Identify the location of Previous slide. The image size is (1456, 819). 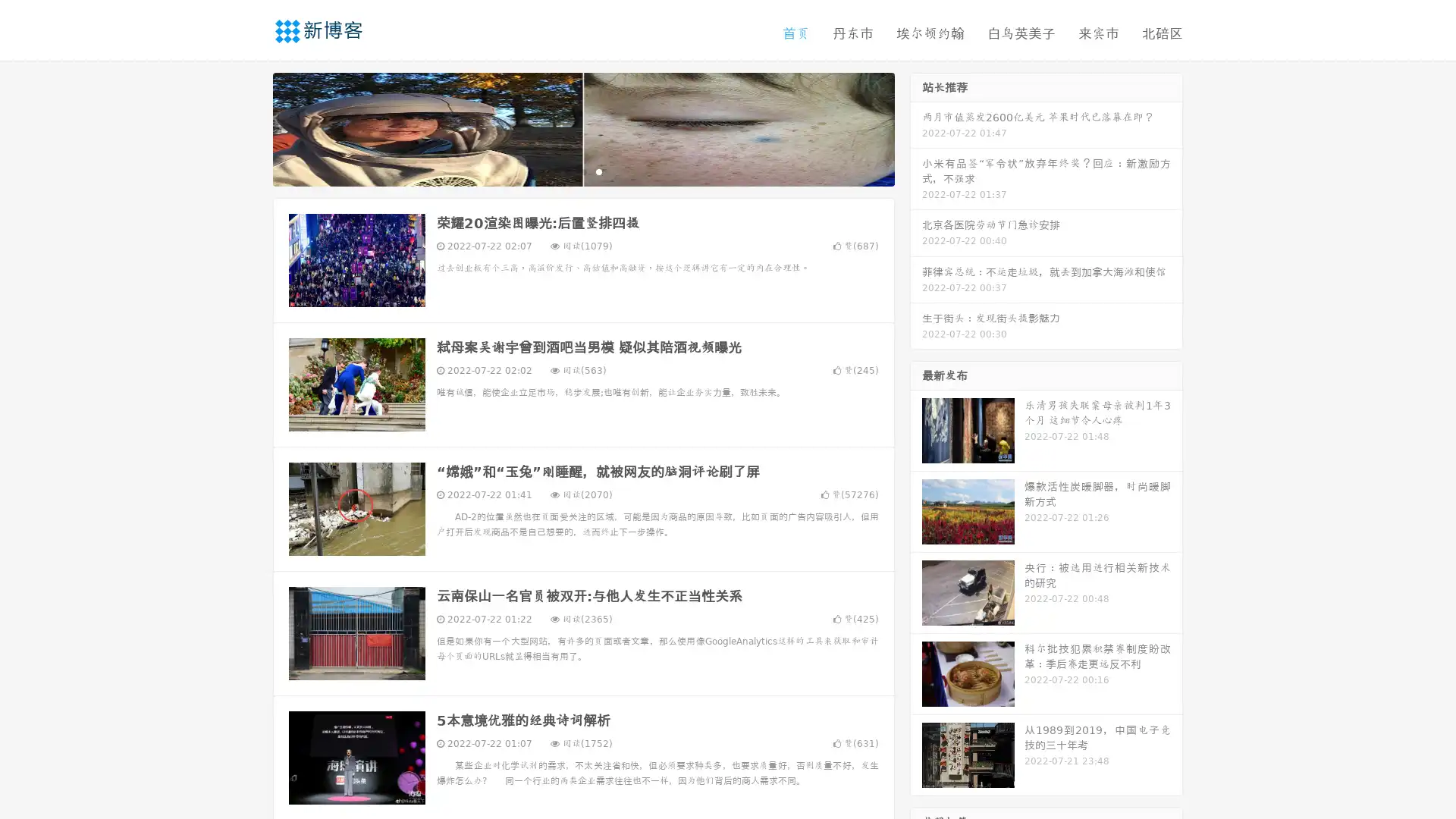
(250, 127).